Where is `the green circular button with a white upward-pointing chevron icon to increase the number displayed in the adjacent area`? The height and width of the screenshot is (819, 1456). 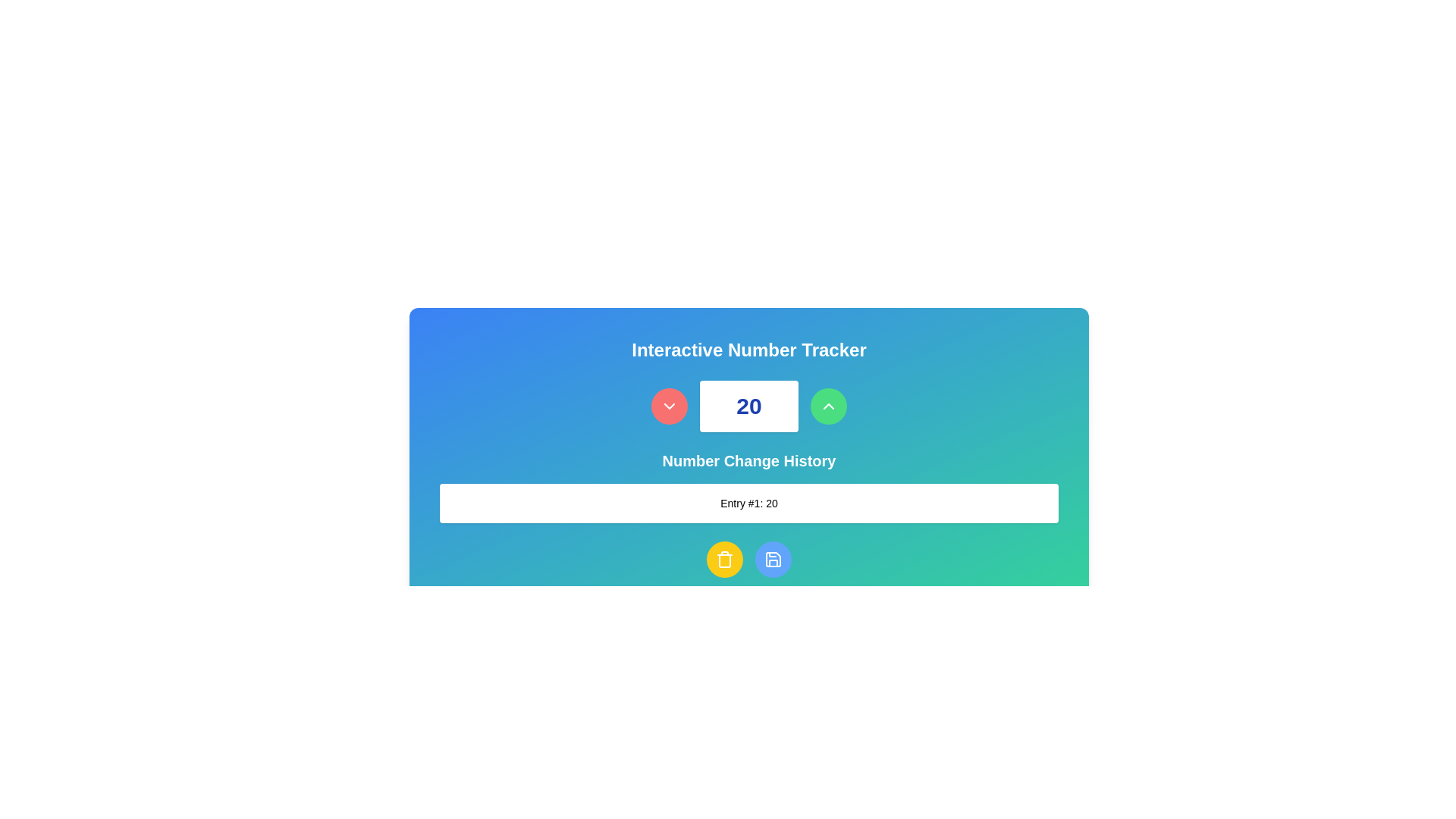
the green circular button with a white upward-pointing chevron icon to increase the number displayed in the adjacent area is located at coordinates (827, 406).